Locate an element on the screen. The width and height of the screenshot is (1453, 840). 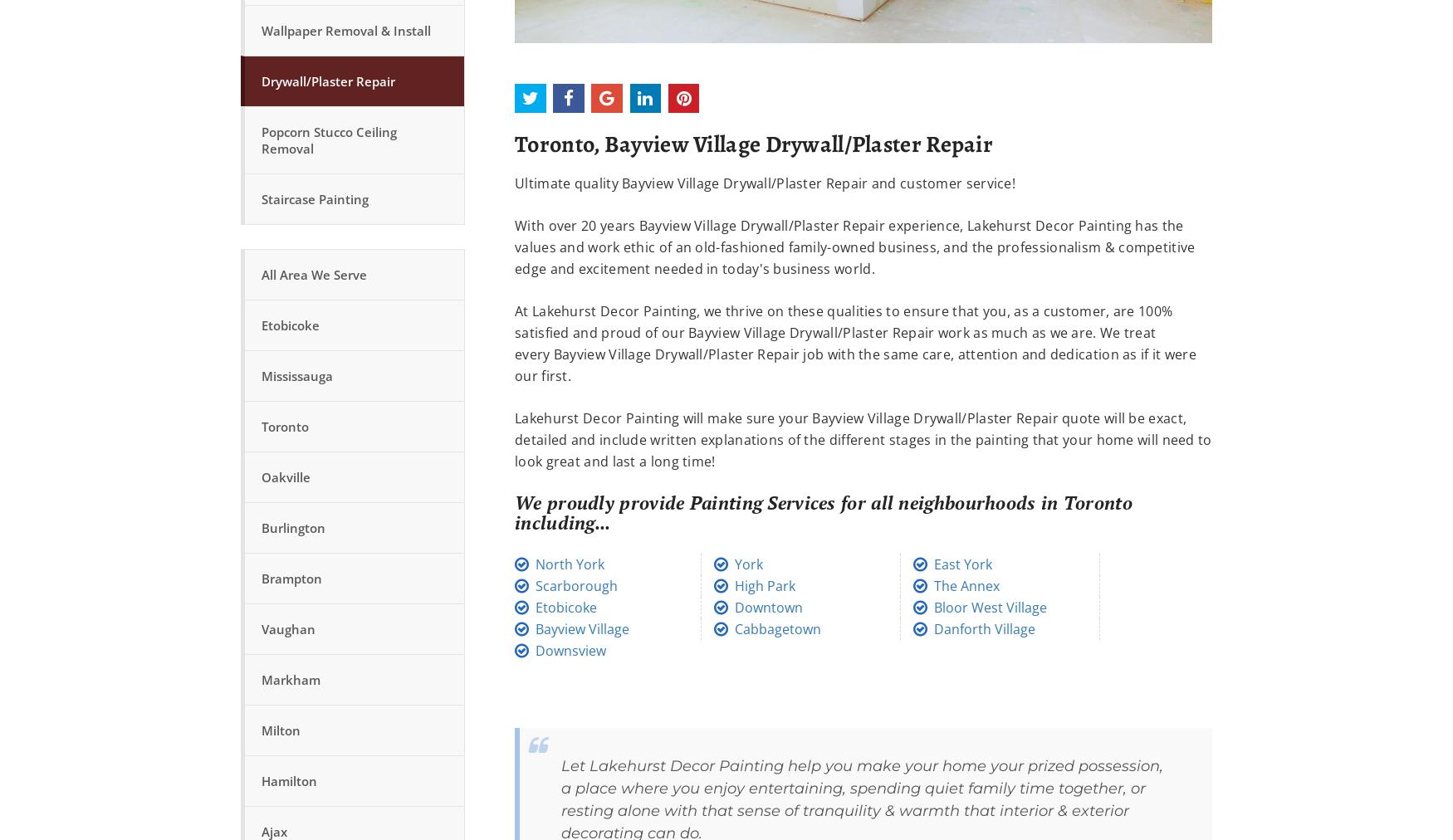
'Downsview' is located at coordinates (570, 649).